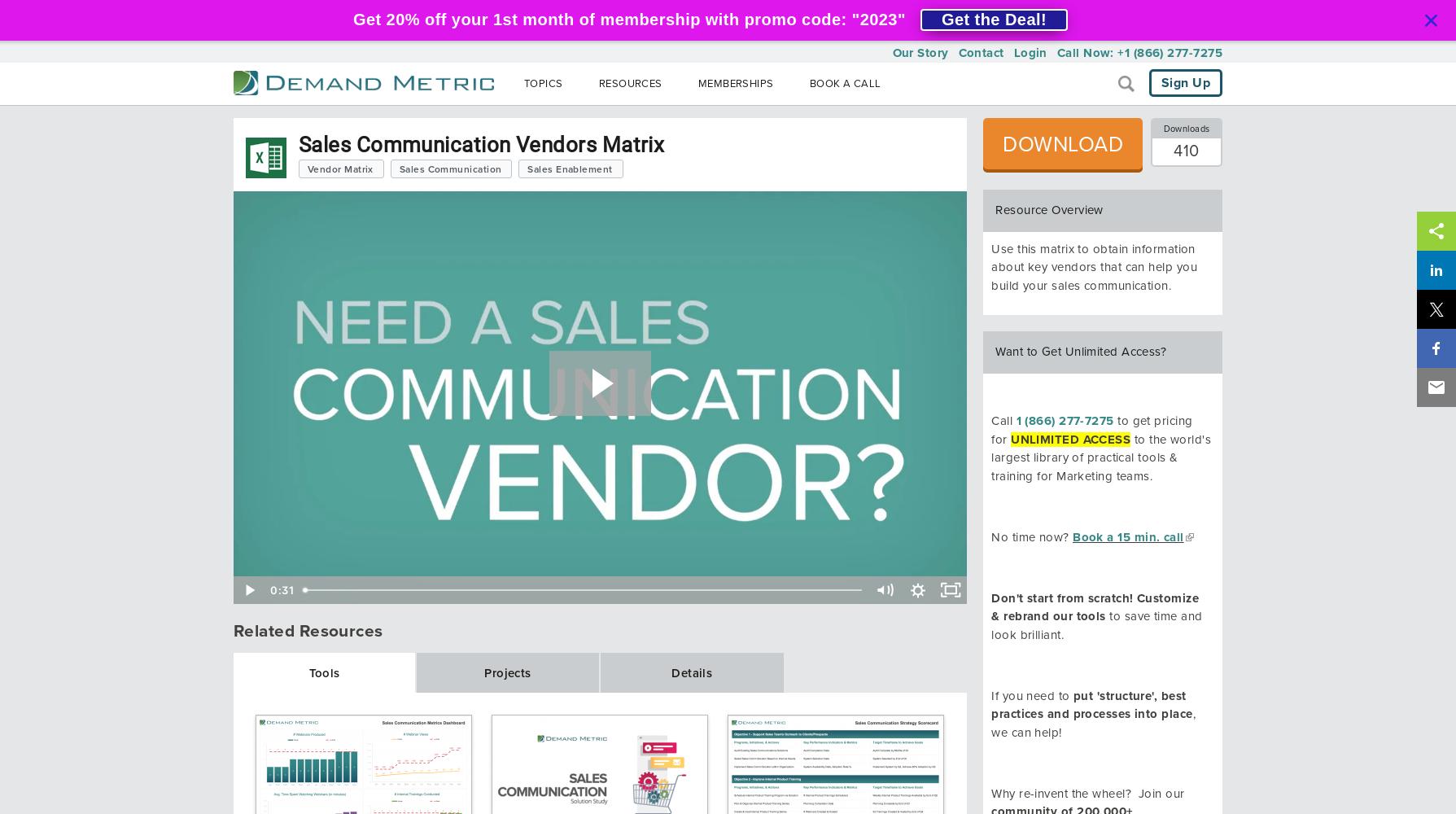  Describe the element at coordinates (807, 83) in the screenshot. I see `'Book a Call'` at that location.